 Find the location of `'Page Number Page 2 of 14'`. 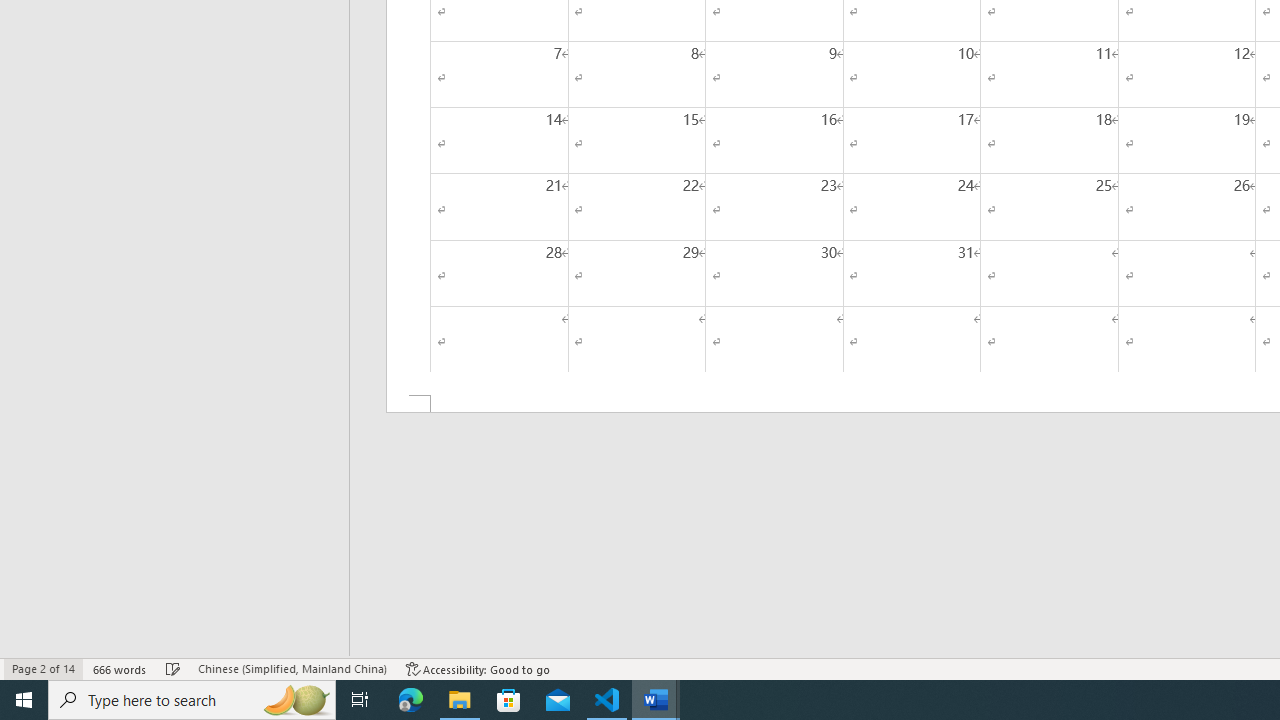

'Page Number Page 2 of 14' is located at coordinates (43, 669).